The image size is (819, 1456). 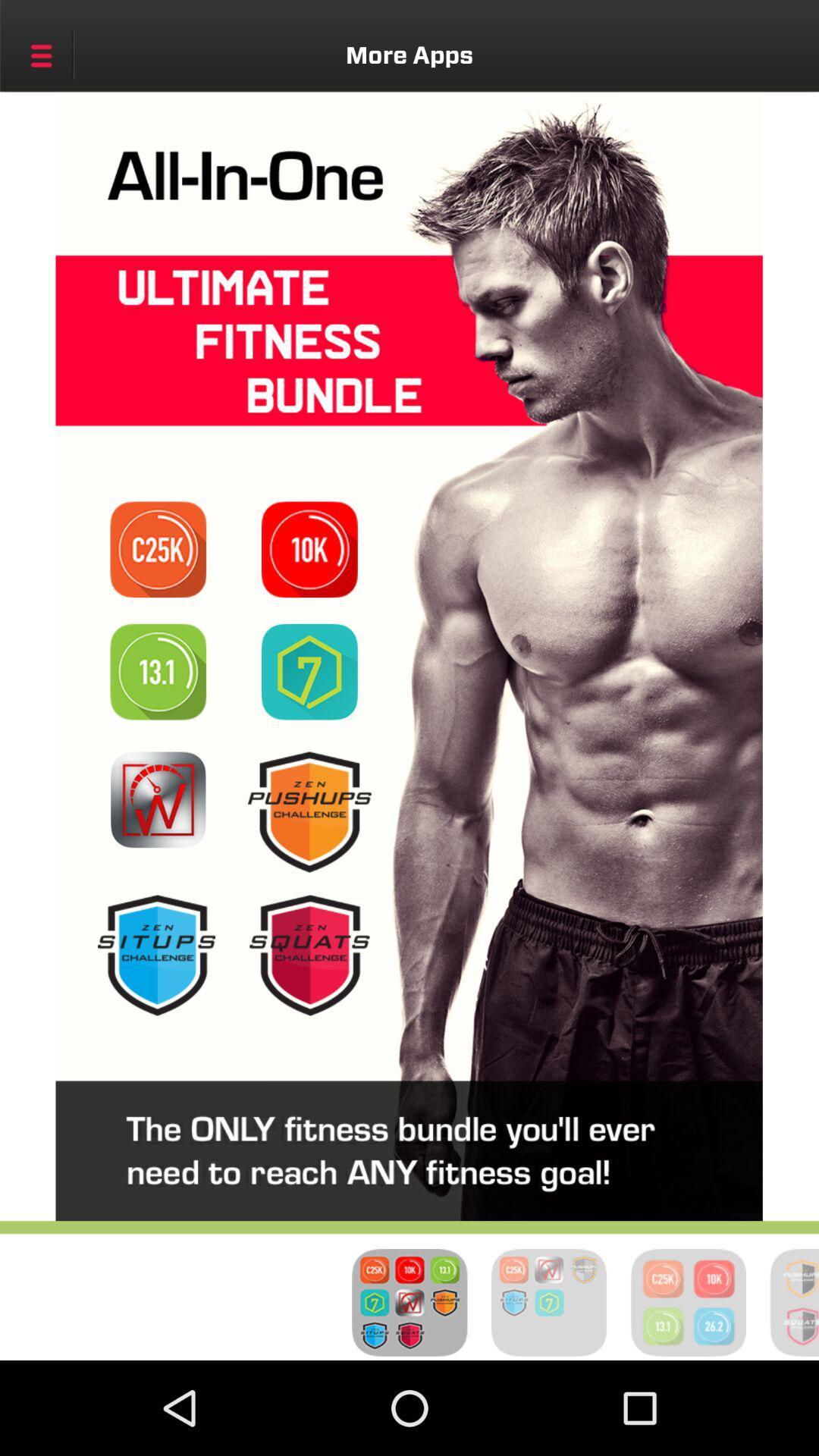 I want to click on item below more apps, so click(x=158, y=548).